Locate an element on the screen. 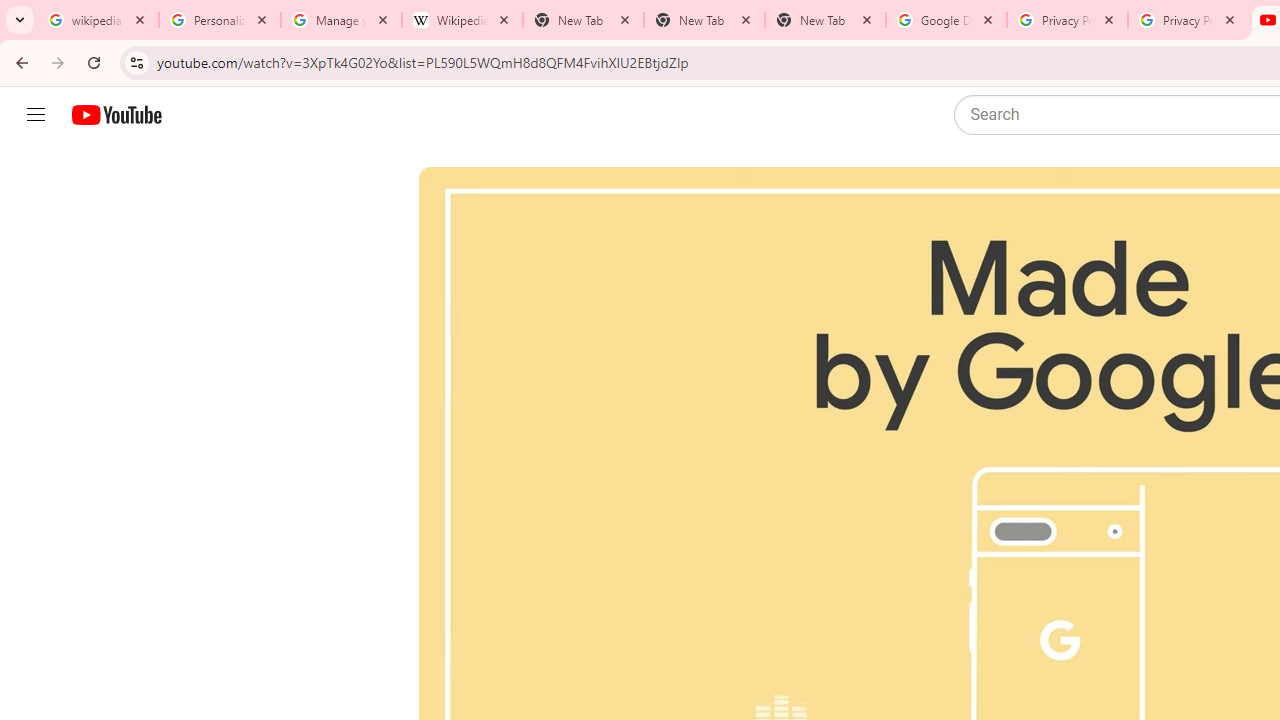 This screenshot has height=720, width=1280. 'Manage your Location History - Google Search Help' is located at coordinates (341, 20).